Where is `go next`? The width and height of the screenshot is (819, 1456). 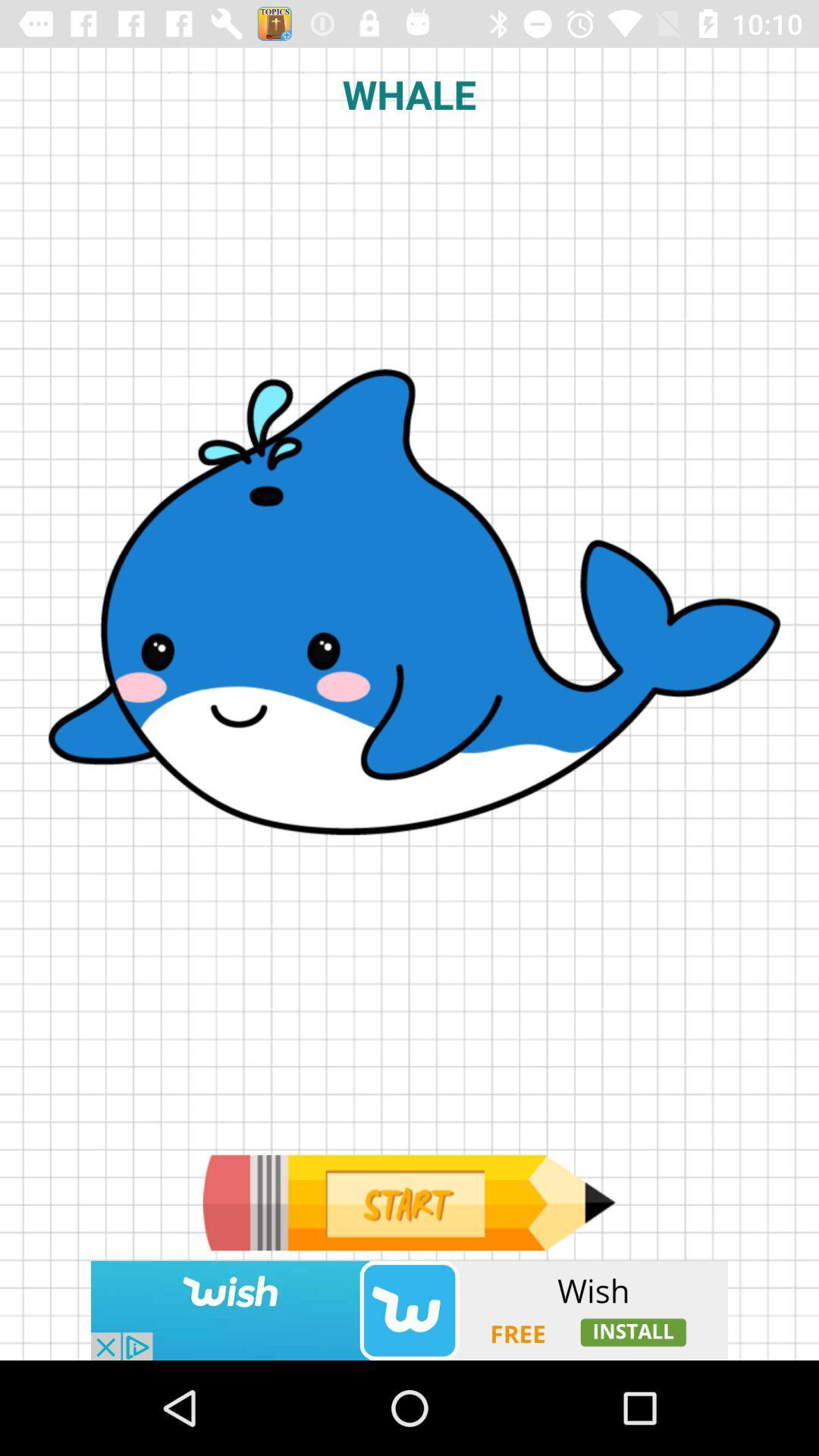 go next is located at coordinates (408, 1202).